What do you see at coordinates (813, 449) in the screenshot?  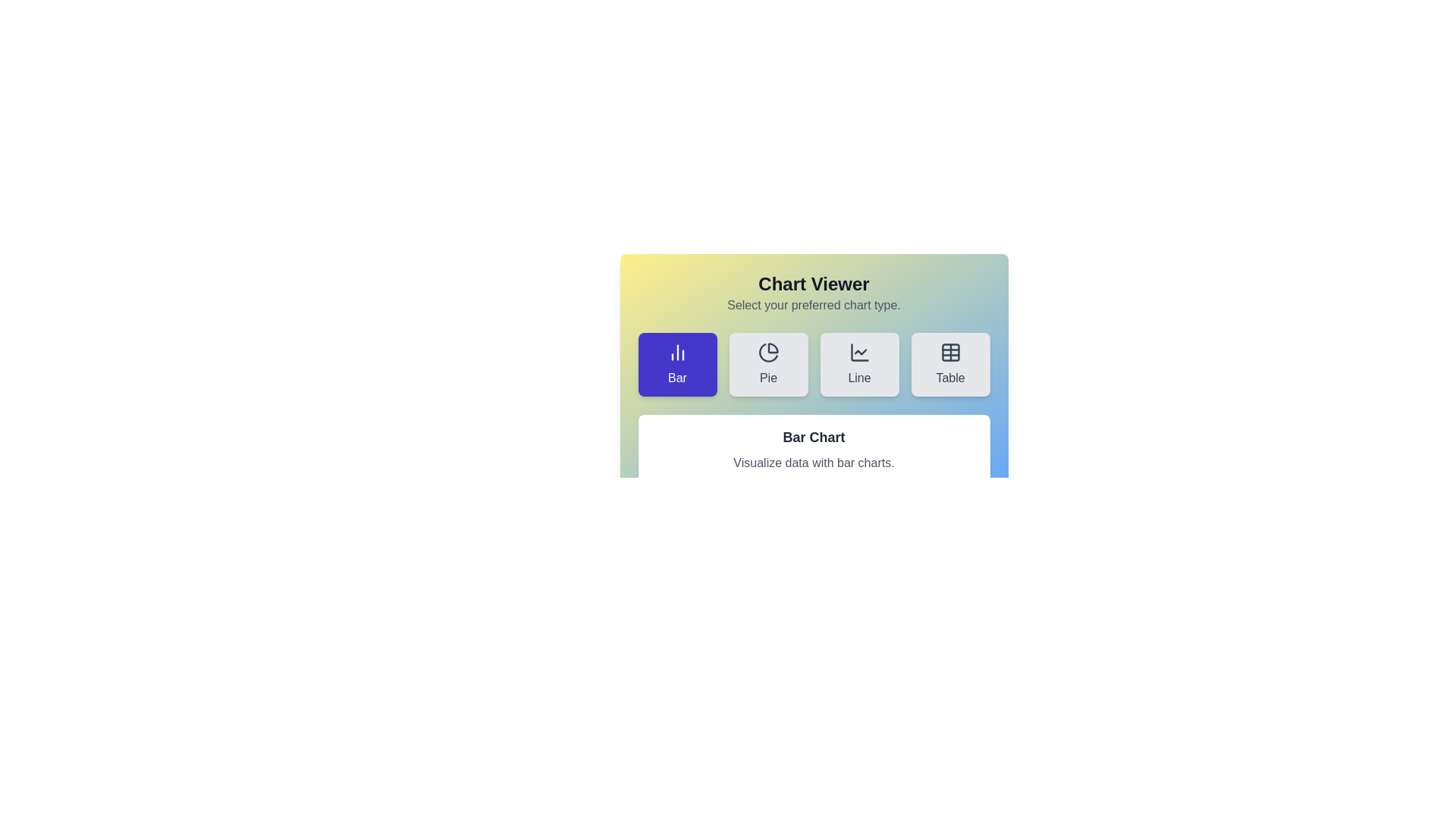 I see `the Informational Panel displaying 'Bar Chart' and 'Visualize data with bar charts.'` at bounding box center [813, 449].